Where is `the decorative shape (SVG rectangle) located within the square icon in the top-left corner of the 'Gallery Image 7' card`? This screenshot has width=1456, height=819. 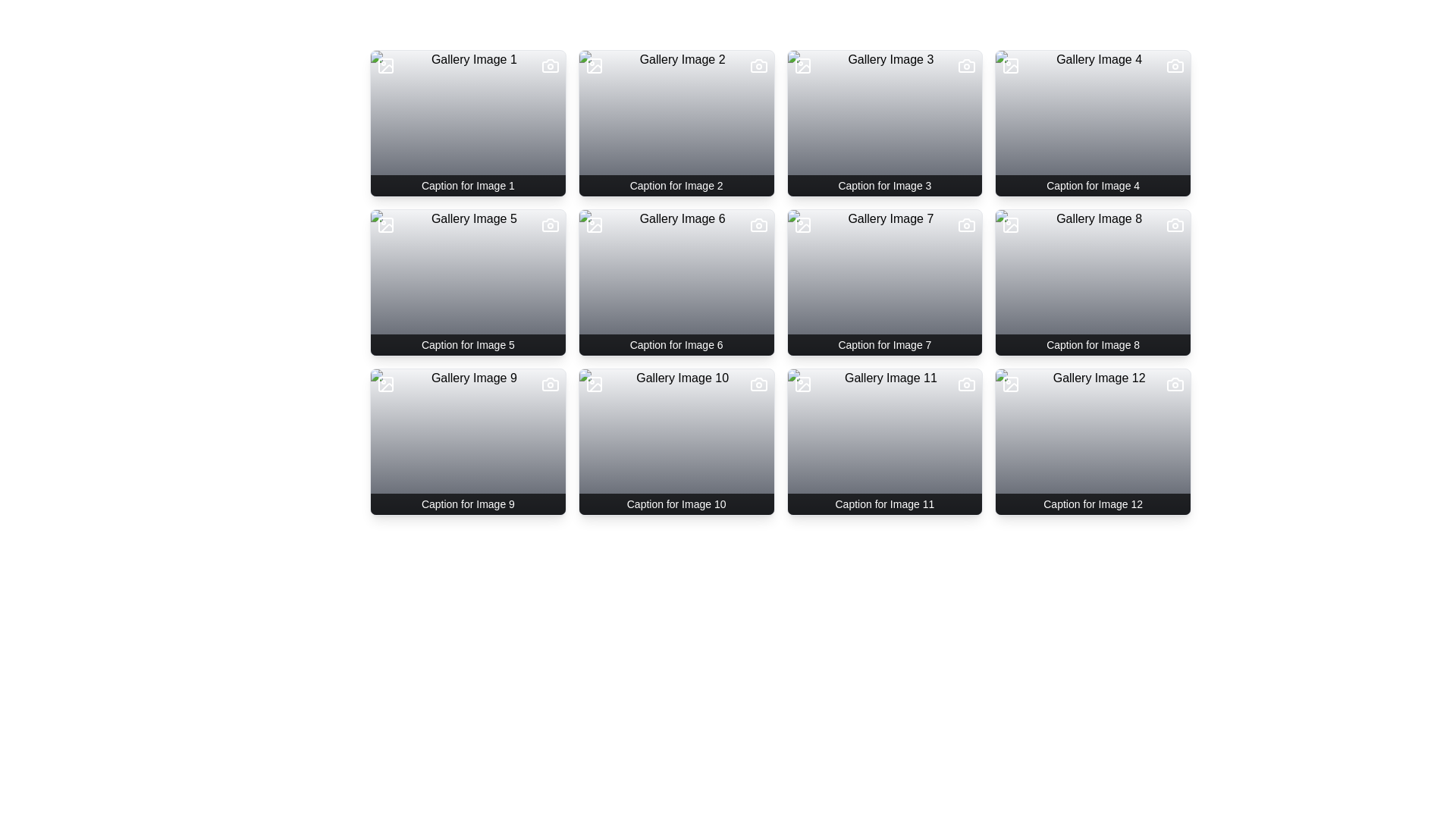
the decorative shape (SVG rectangle) located within the square icon in the top-left corner of the 'Gallery Image 7' card is located at coordinates (802, 225).